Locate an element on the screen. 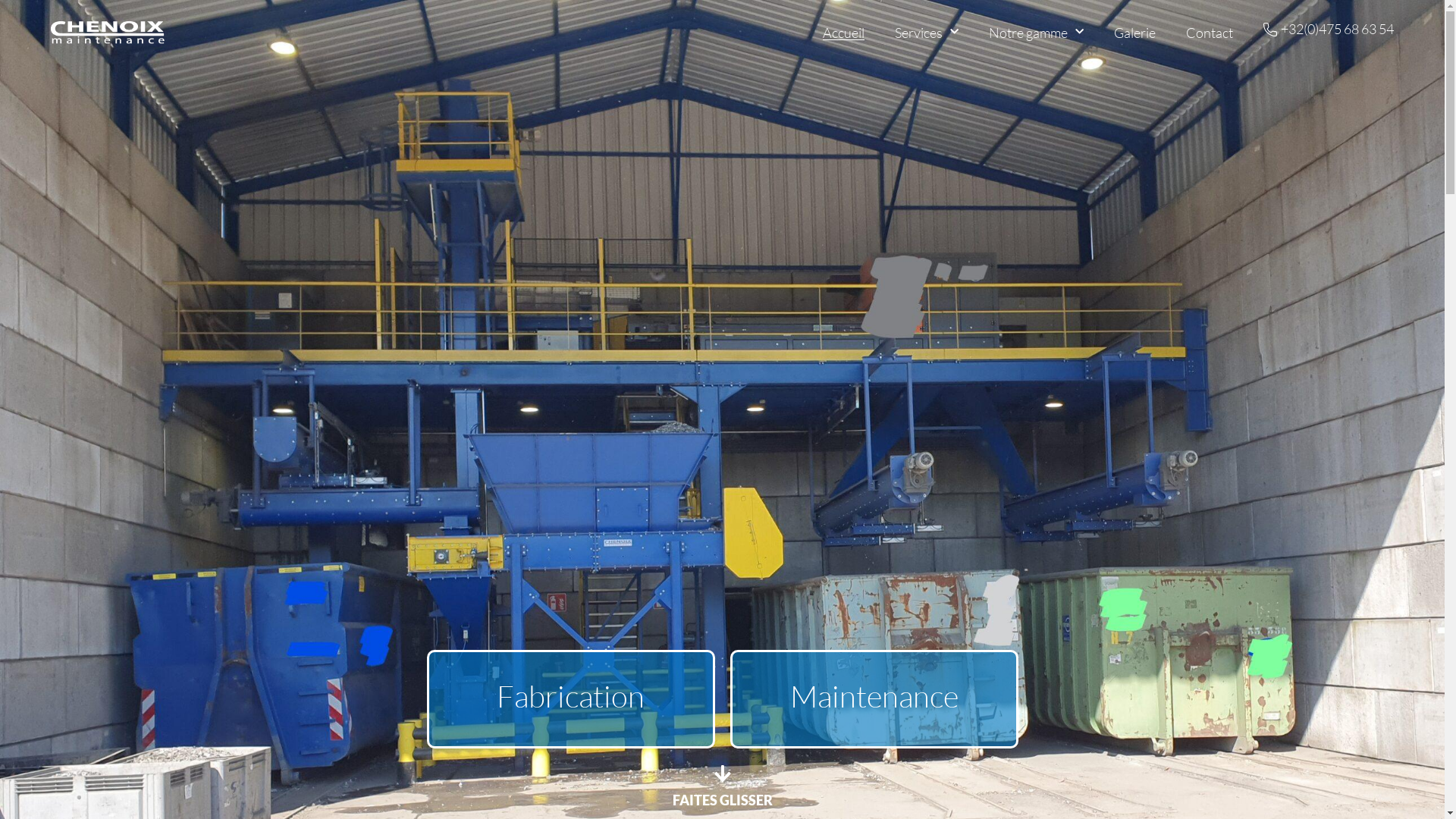  'Accueil' is located at coordinates (843, 32).